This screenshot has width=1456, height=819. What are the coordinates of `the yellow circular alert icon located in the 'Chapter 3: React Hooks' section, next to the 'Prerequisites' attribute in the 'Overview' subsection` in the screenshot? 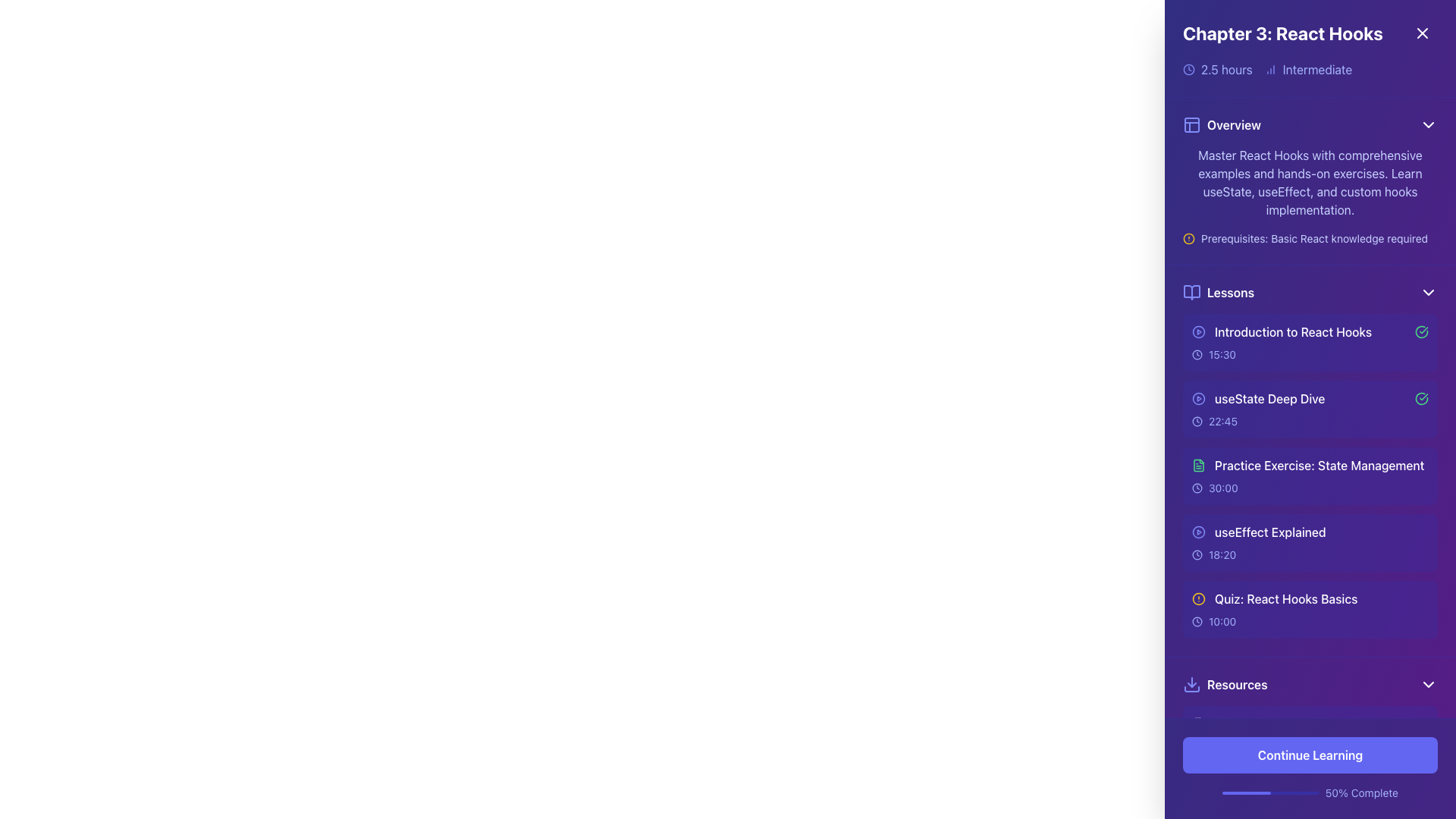 It's located at (1188, 239).